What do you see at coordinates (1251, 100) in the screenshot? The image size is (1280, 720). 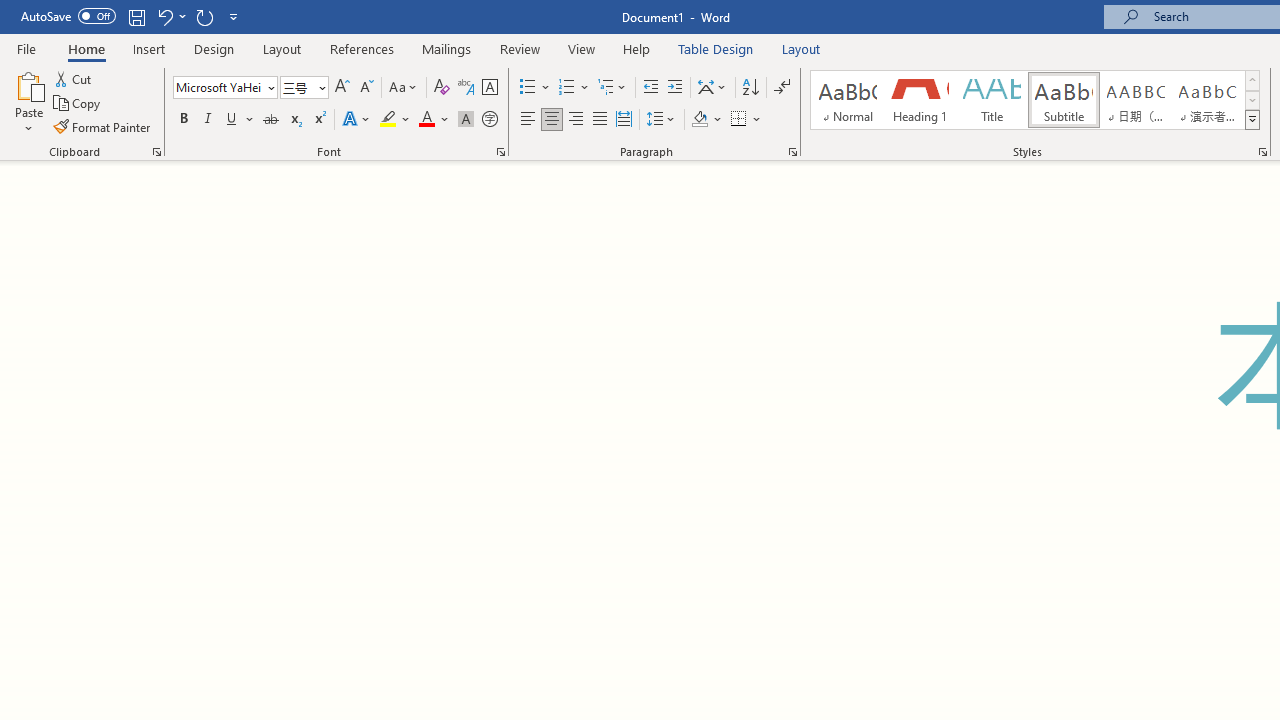 I see `'Row Down'` at bounding box center [1251, 100].